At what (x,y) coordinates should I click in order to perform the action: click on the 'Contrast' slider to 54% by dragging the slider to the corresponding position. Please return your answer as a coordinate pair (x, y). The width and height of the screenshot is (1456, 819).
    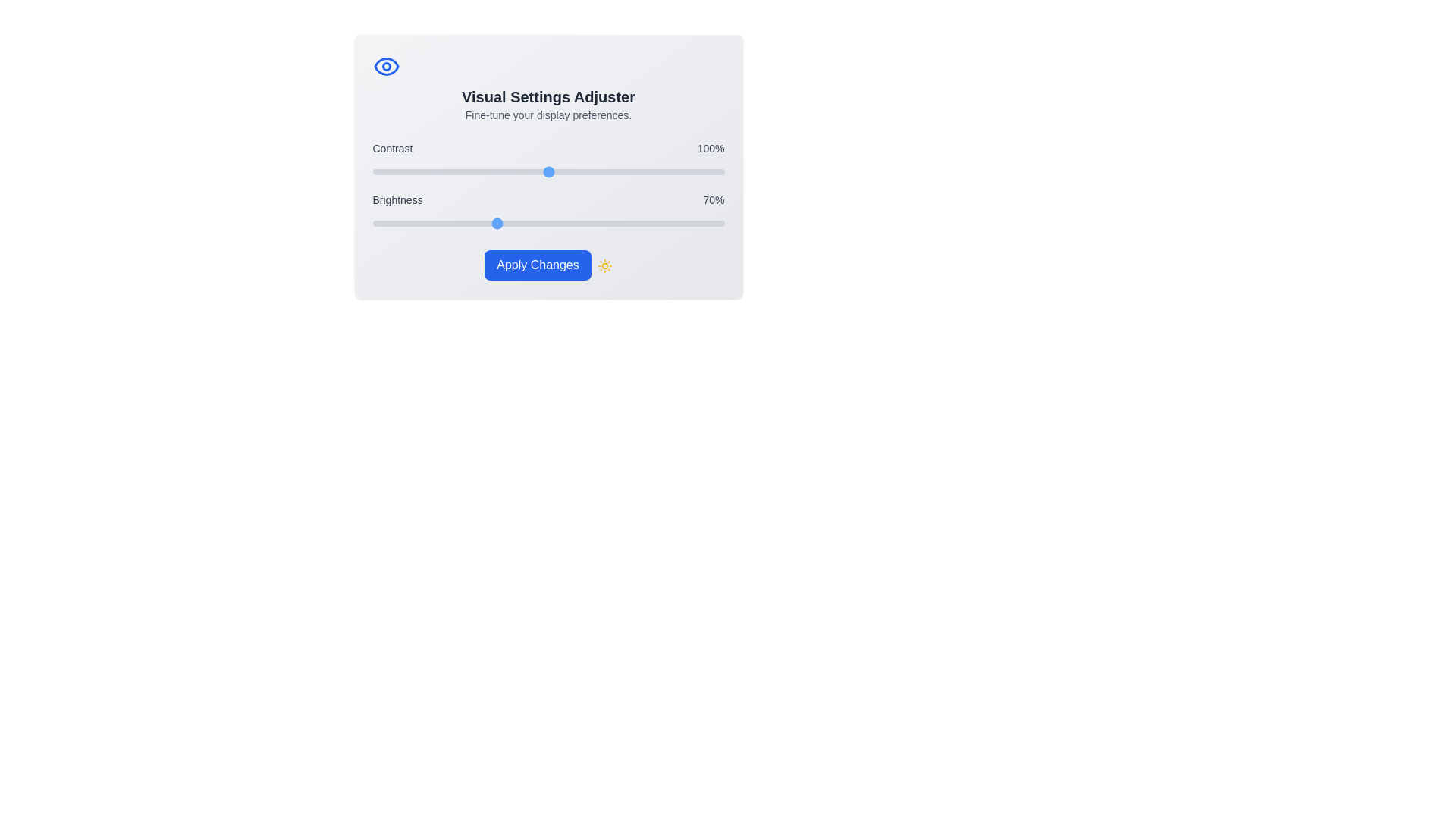
    Looking at the image, I should click on (466, 171).